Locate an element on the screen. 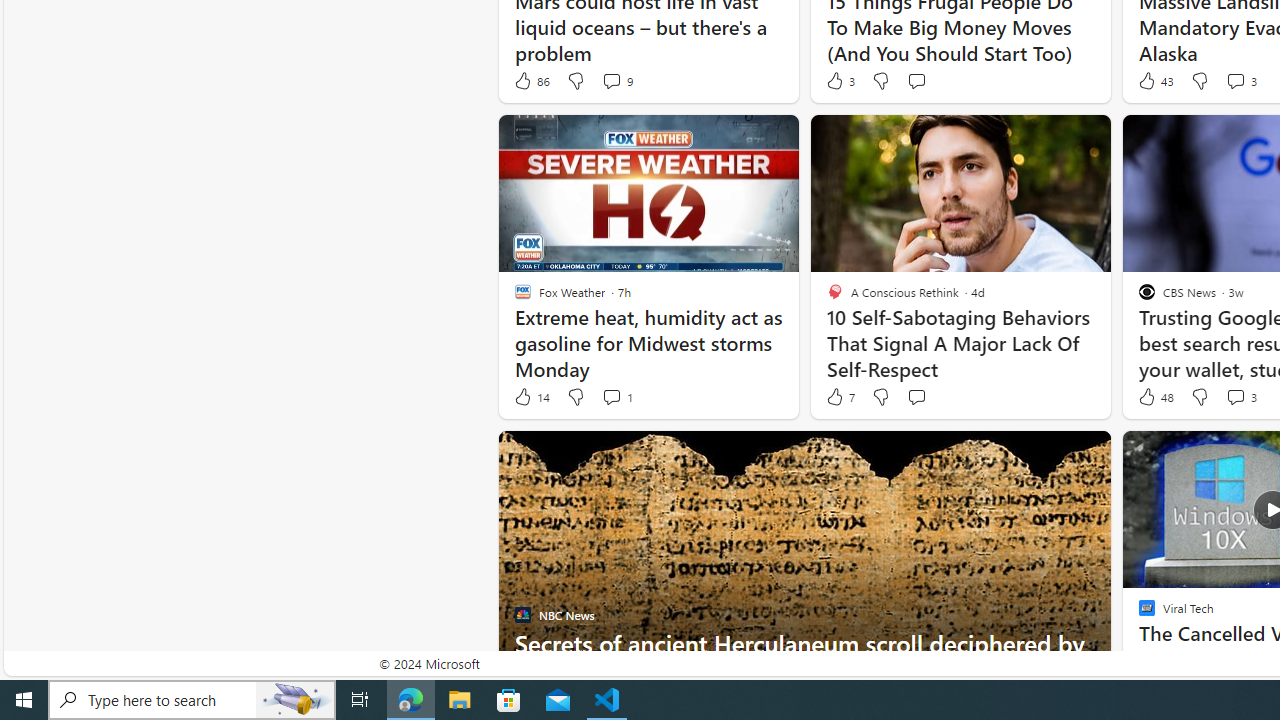 The height and width of the screenshot is (720, 1280). '48 Like' is located at coordinates (1154, 397).